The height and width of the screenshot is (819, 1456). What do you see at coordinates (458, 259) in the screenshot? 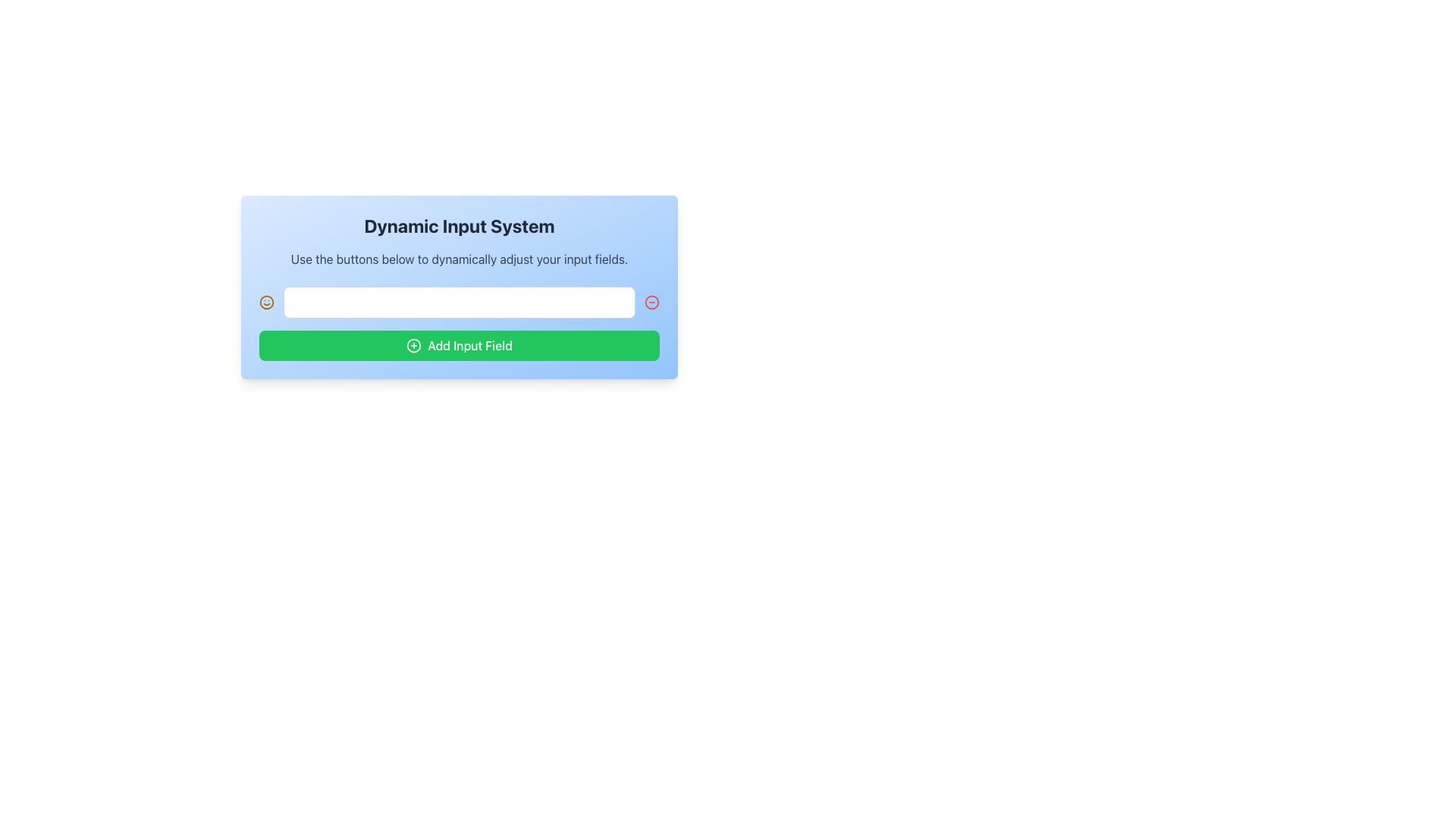
I see `the instructional static text that provides guidance on using buttons to modify input fields dynamically, located below the title 'Dynamic Input System'` at bounding box center [458, 259].